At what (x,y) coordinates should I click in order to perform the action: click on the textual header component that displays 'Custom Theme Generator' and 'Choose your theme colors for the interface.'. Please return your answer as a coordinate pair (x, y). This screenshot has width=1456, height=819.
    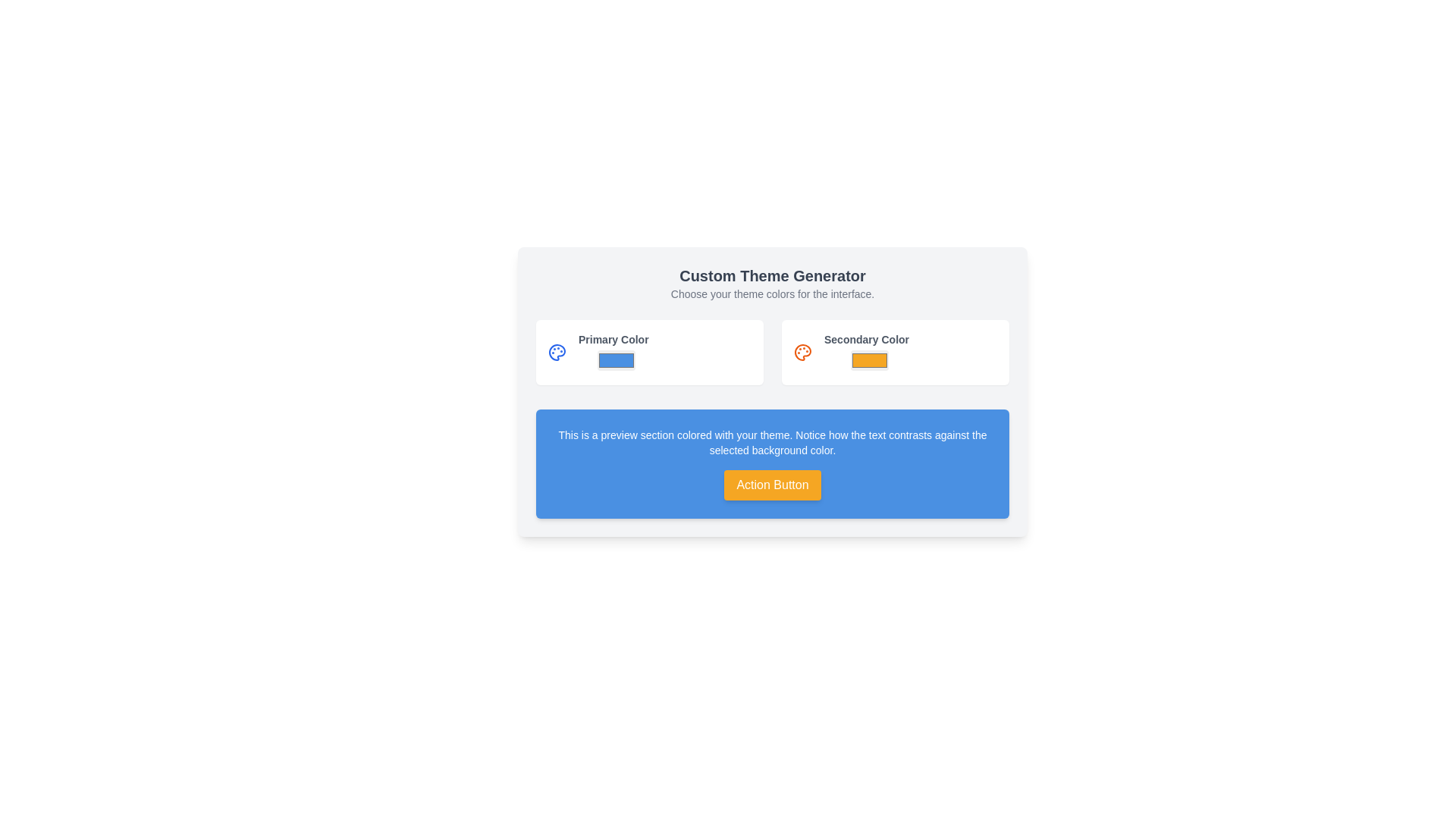
    Looking at the image, I should click on (772, 284).